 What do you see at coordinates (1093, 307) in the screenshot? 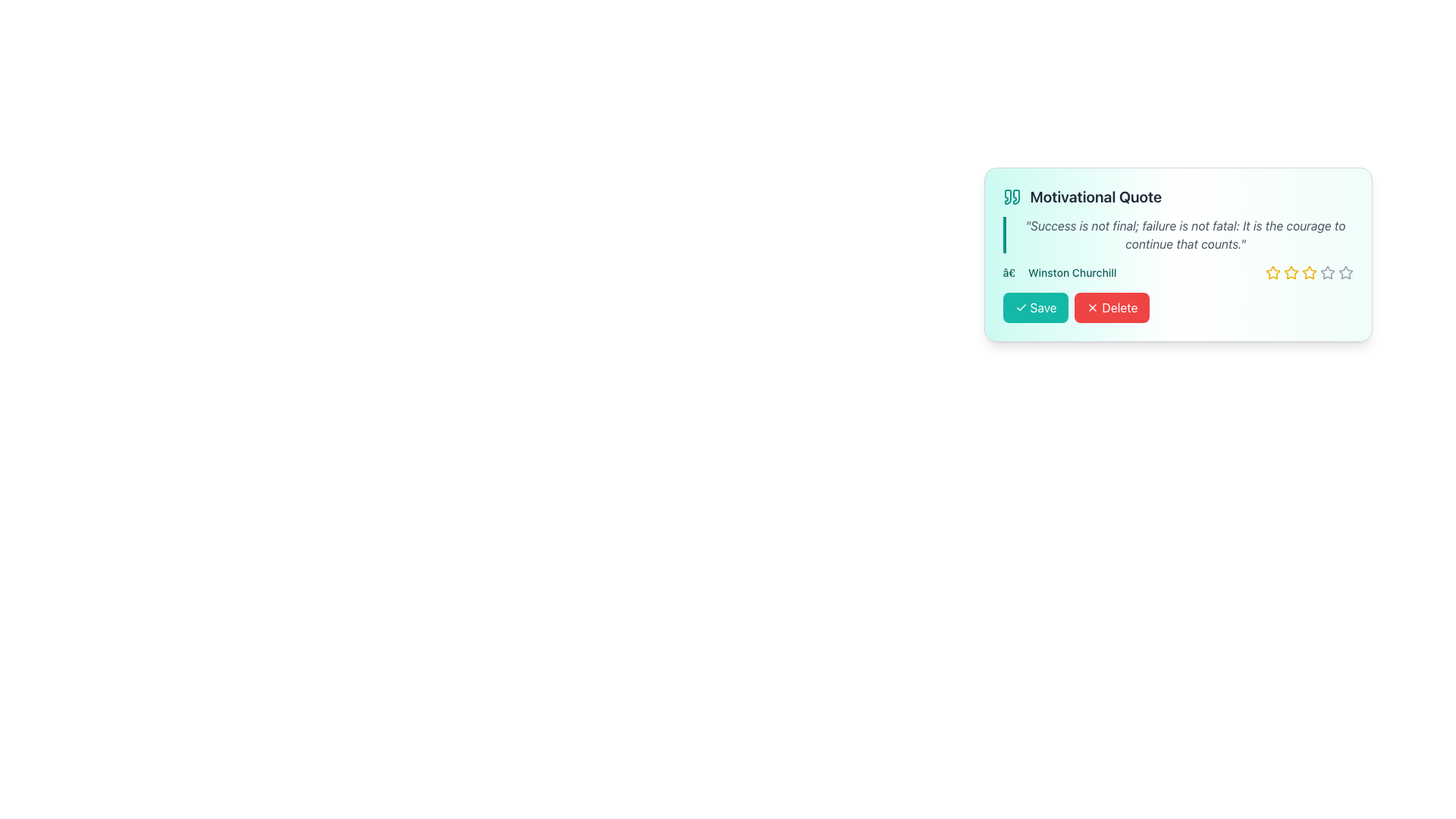
I see `the 'X' icon on the left side of the 'Delete' button, which is red-colored and indicates a close or delete action` at bounding box center [1093, 307].